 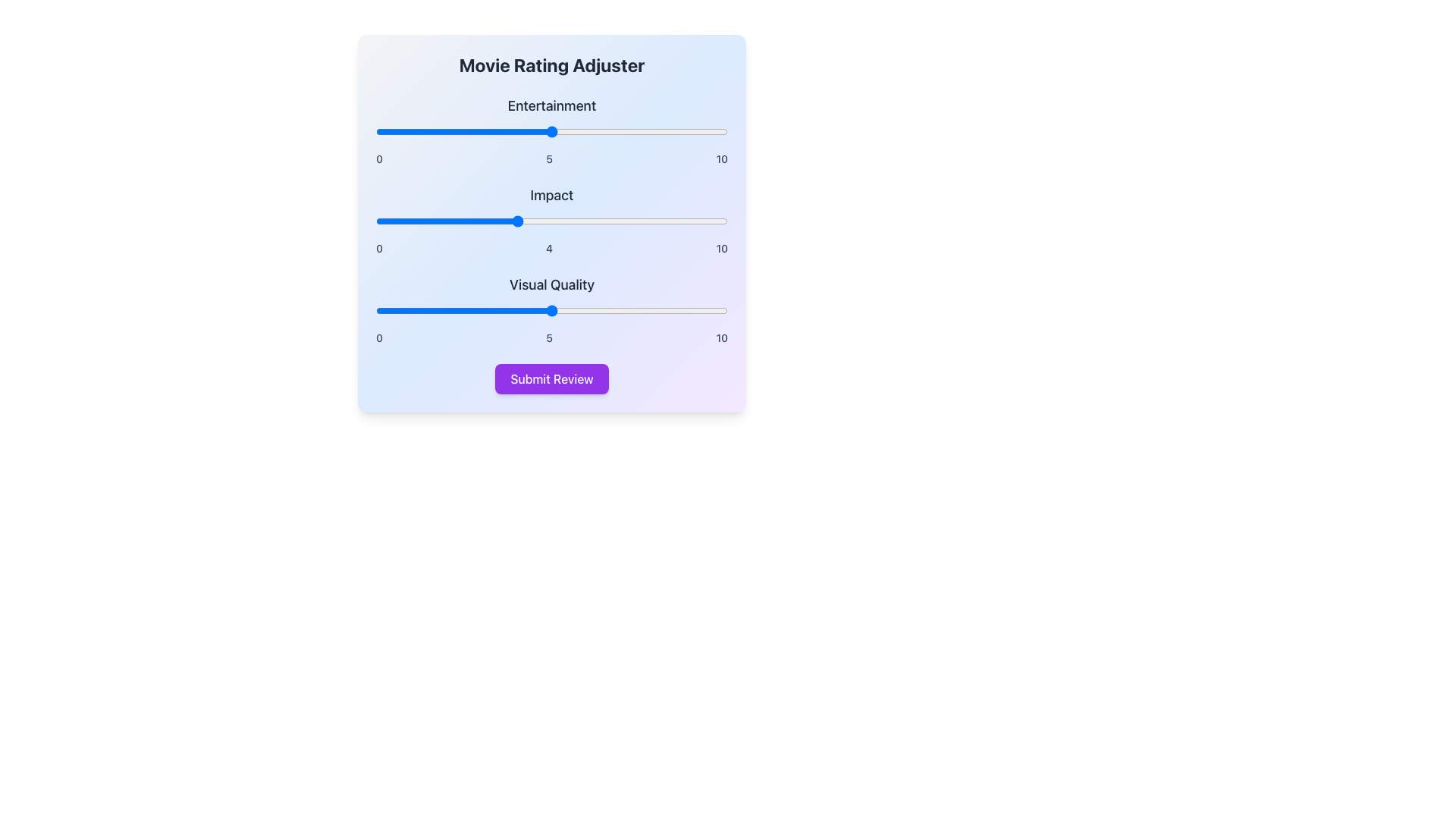 I want to click on the Impact rating slider, so click(x=445, y=221).